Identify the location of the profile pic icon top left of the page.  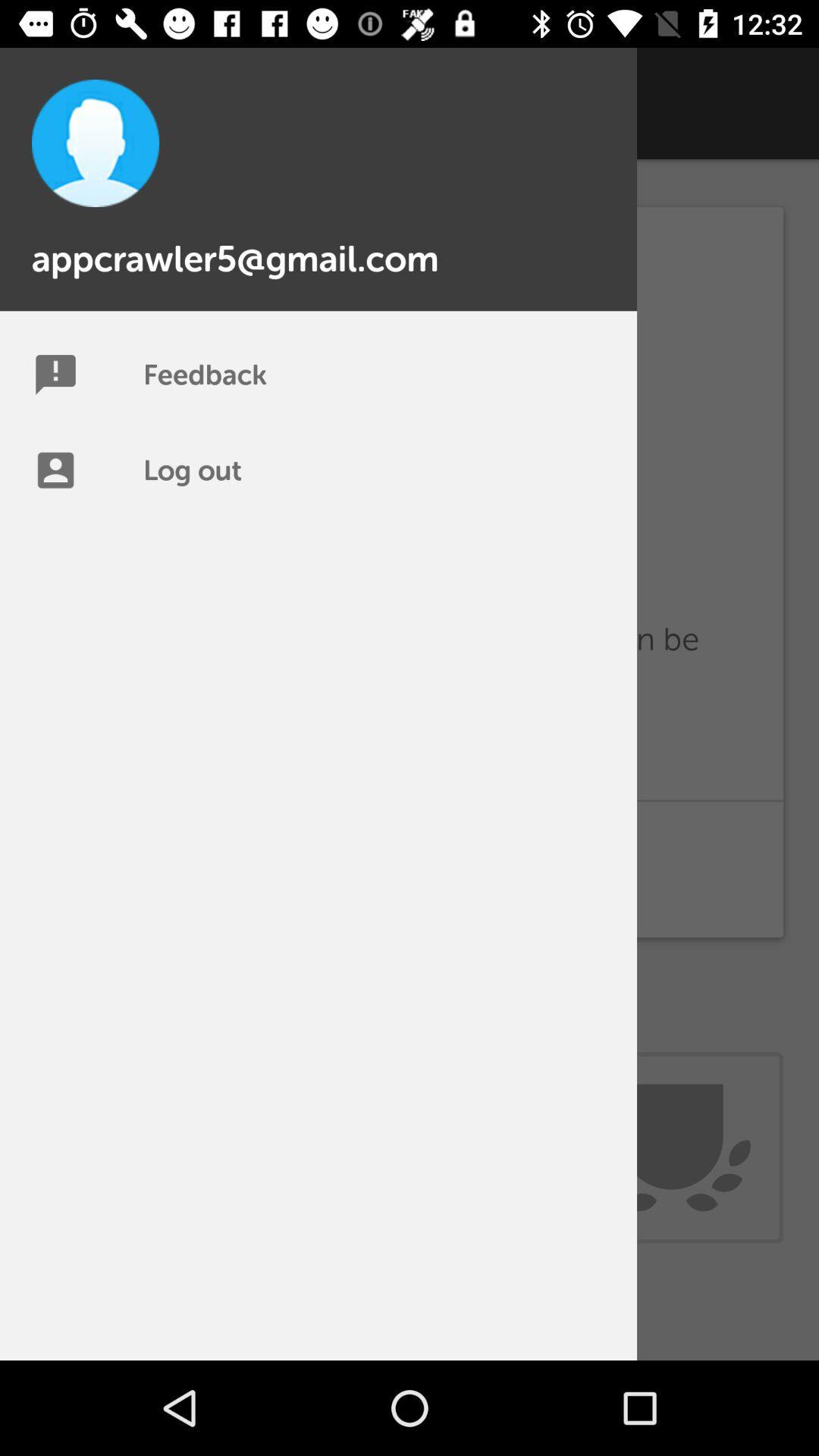
(96, 143).